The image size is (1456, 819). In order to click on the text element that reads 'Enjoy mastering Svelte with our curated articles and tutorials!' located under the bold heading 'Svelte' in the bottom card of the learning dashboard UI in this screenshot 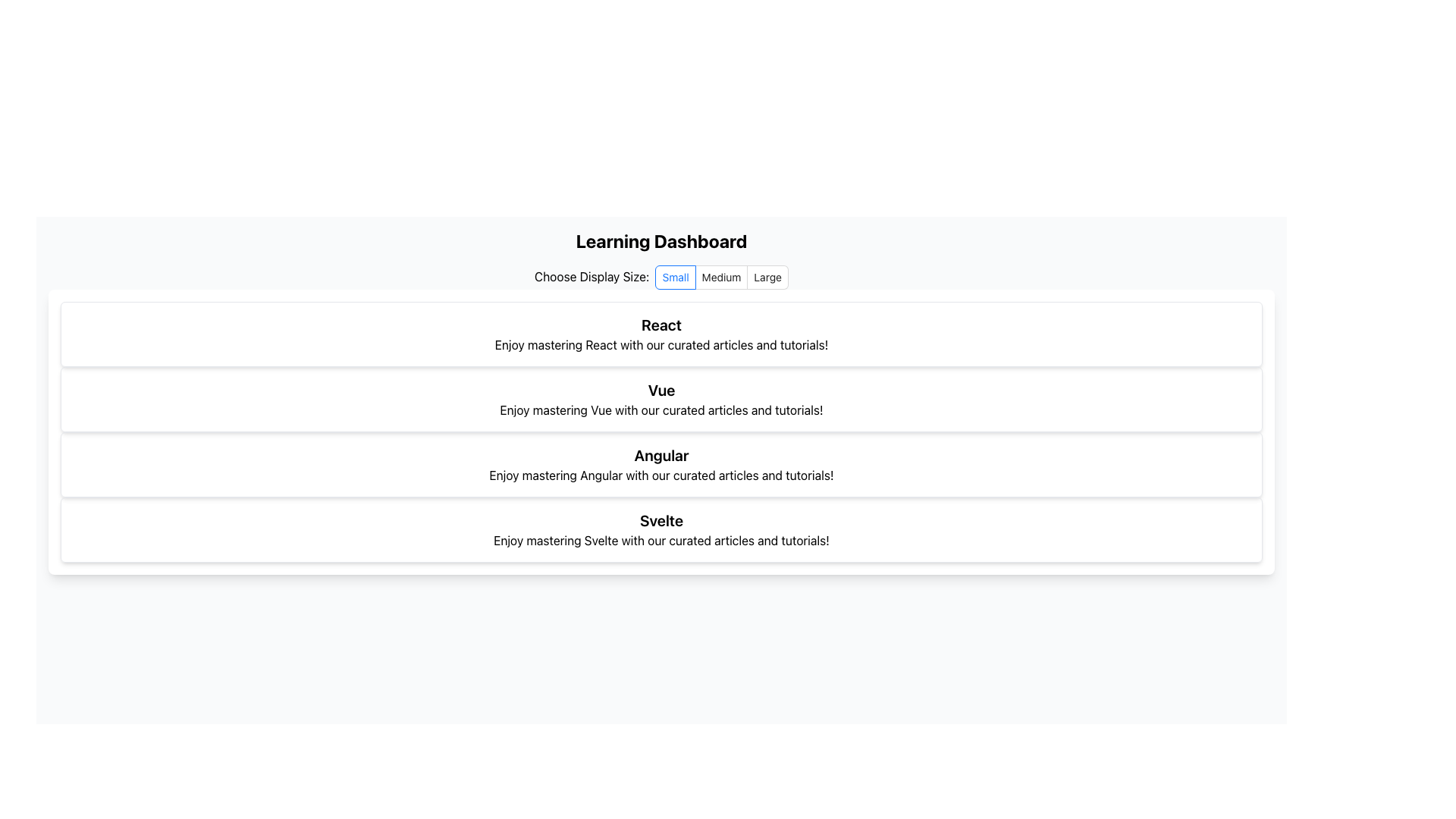, I will do `click(661, 540)`.